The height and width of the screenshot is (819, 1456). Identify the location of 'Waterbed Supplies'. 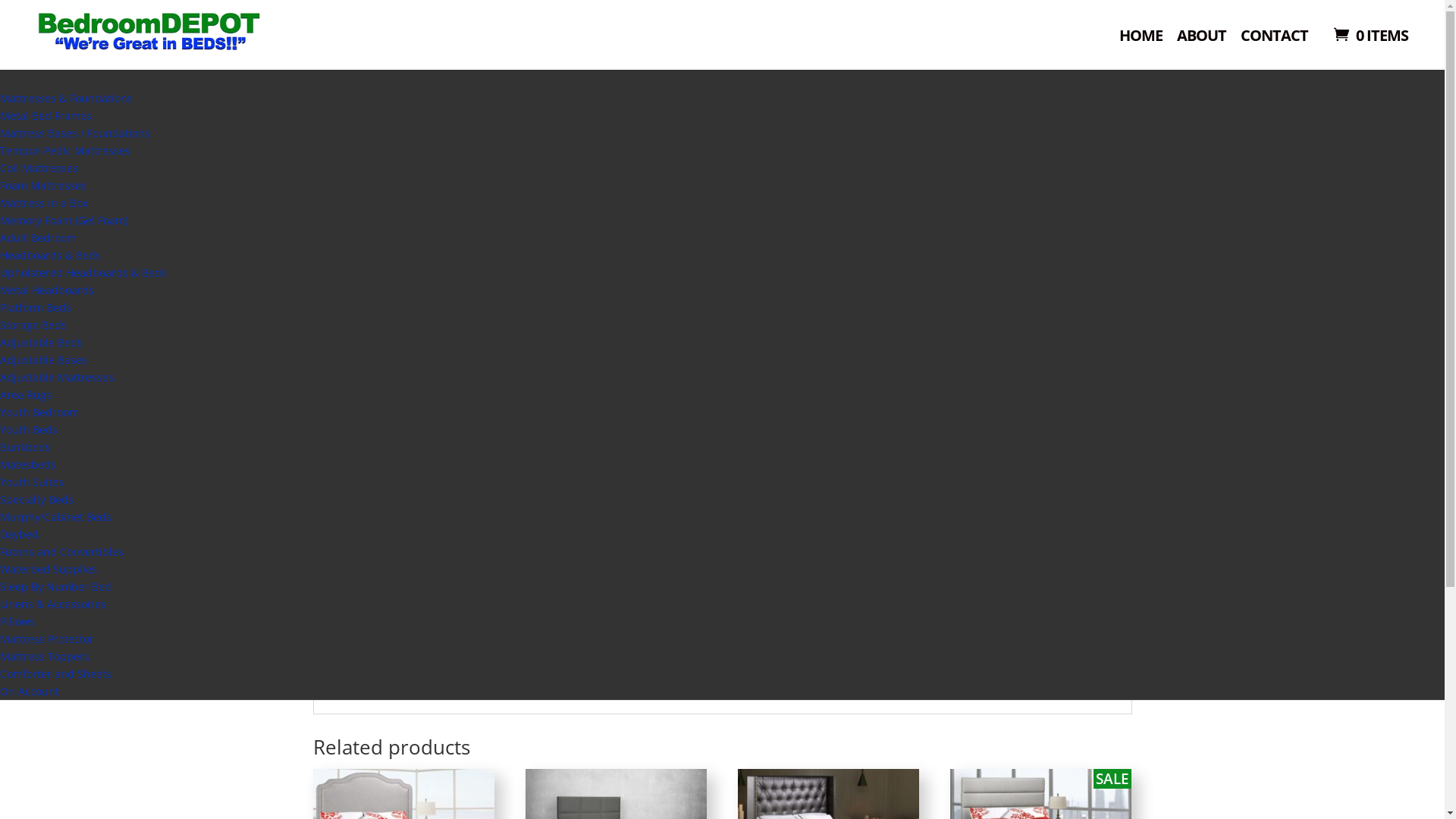
(48, 569).